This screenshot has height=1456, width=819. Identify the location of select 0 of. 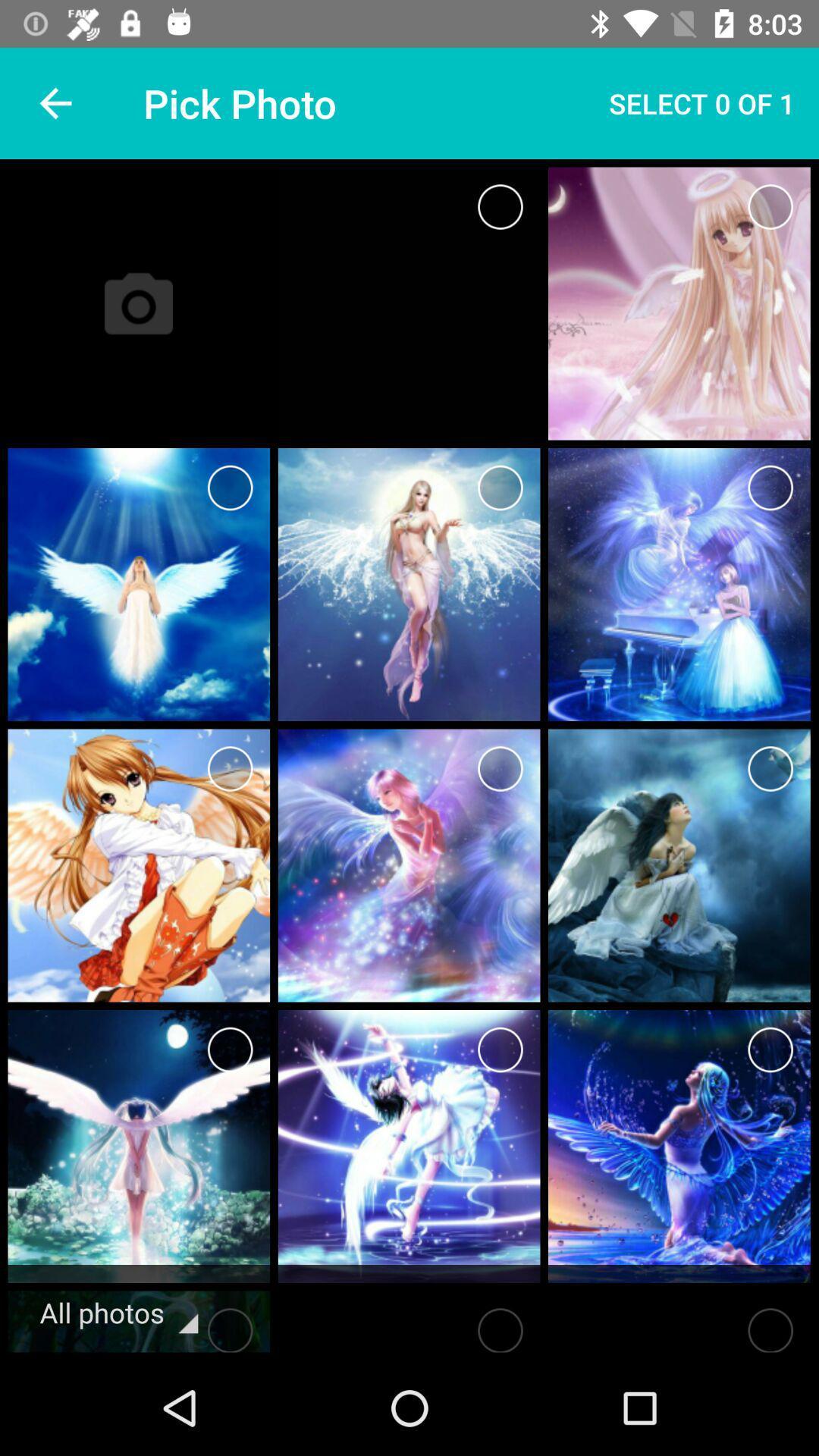
(701, 102).